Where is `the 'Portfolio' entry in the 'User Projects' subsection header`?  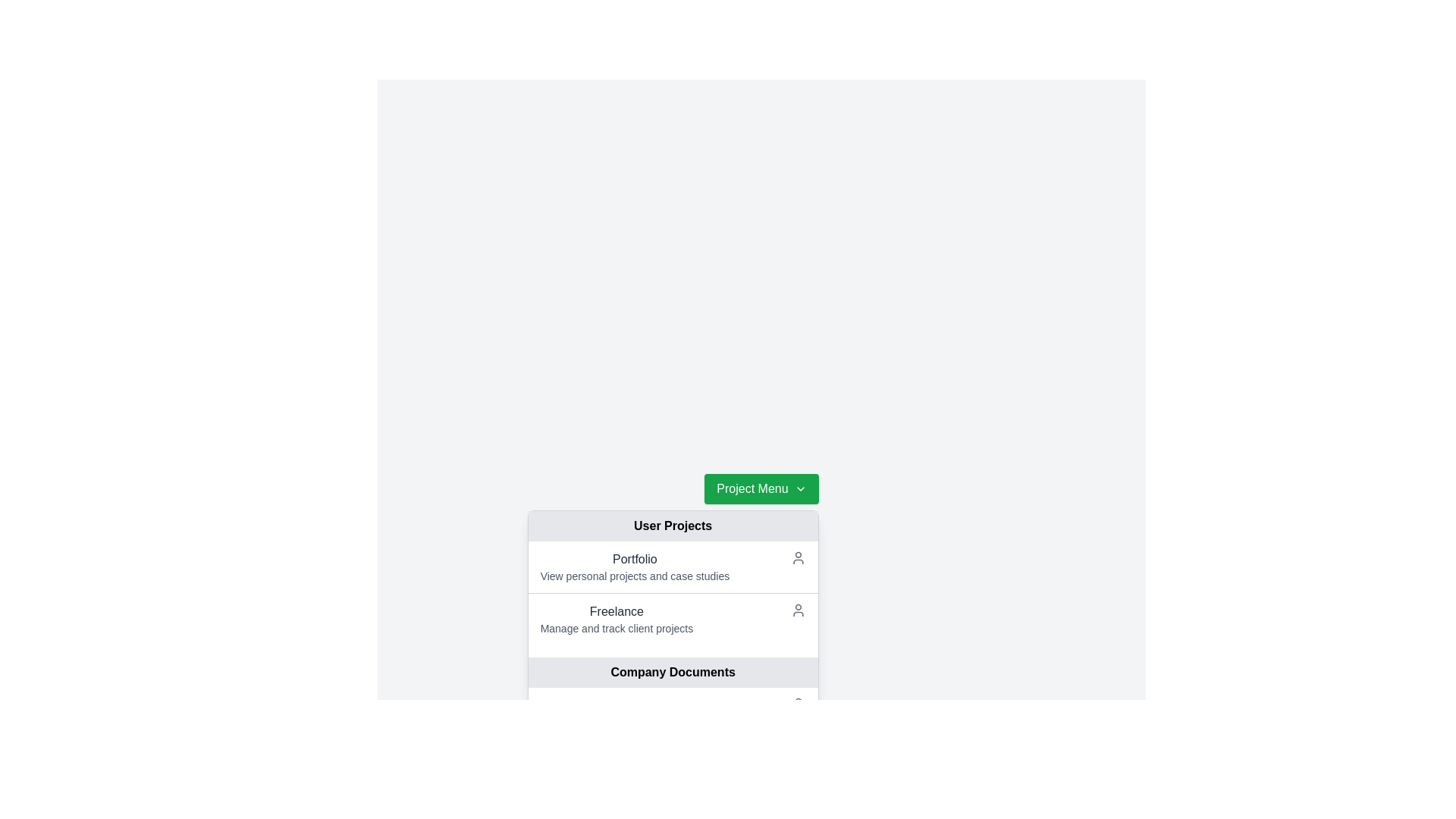
the 'Portfolio' entry in the 'User Projects' subsection header is located at coordinates (672, 578).